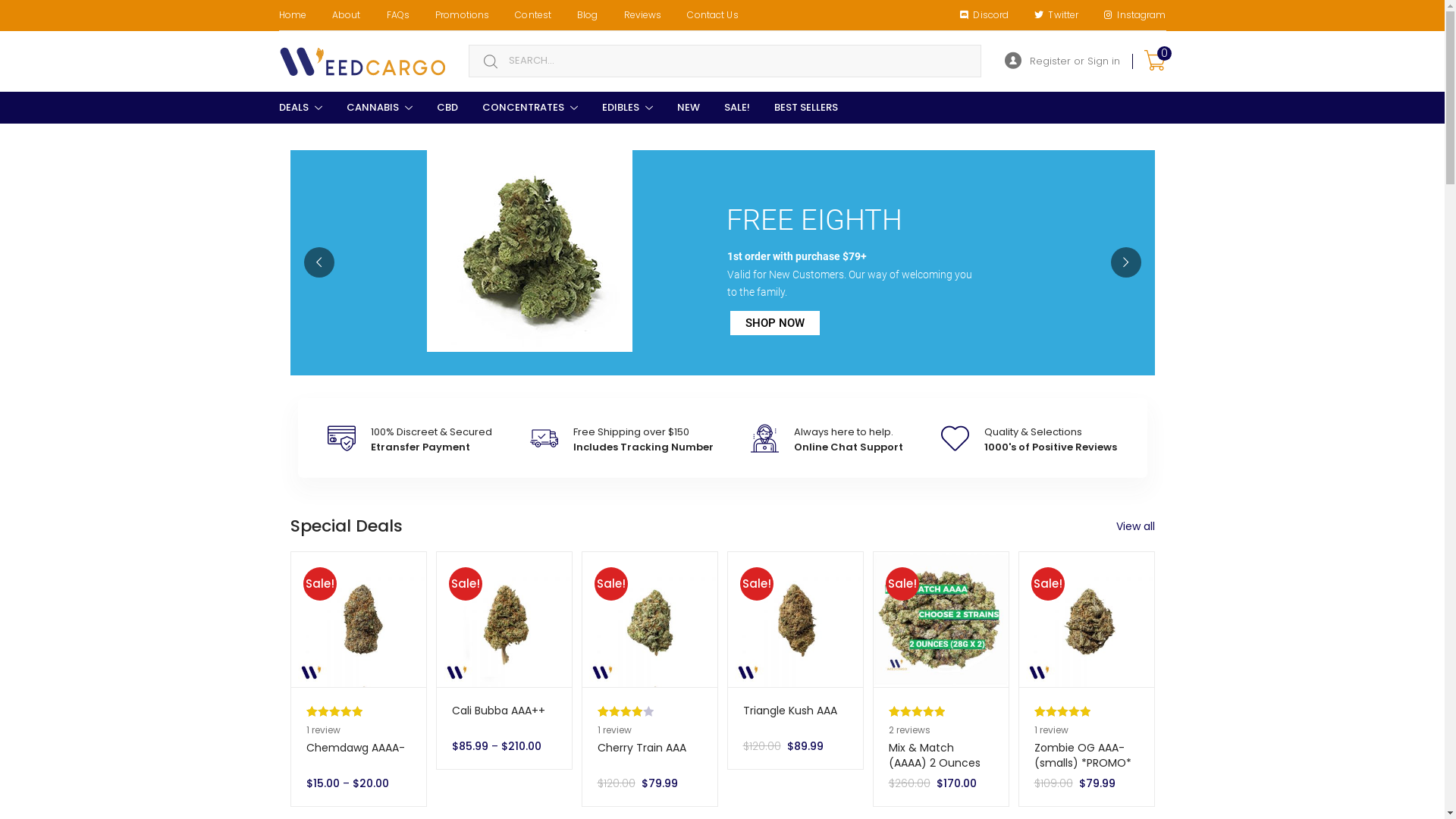 The height and width of the screenshot is (819, 1456). I want to click on 'Instagram', so click(1134, 14).